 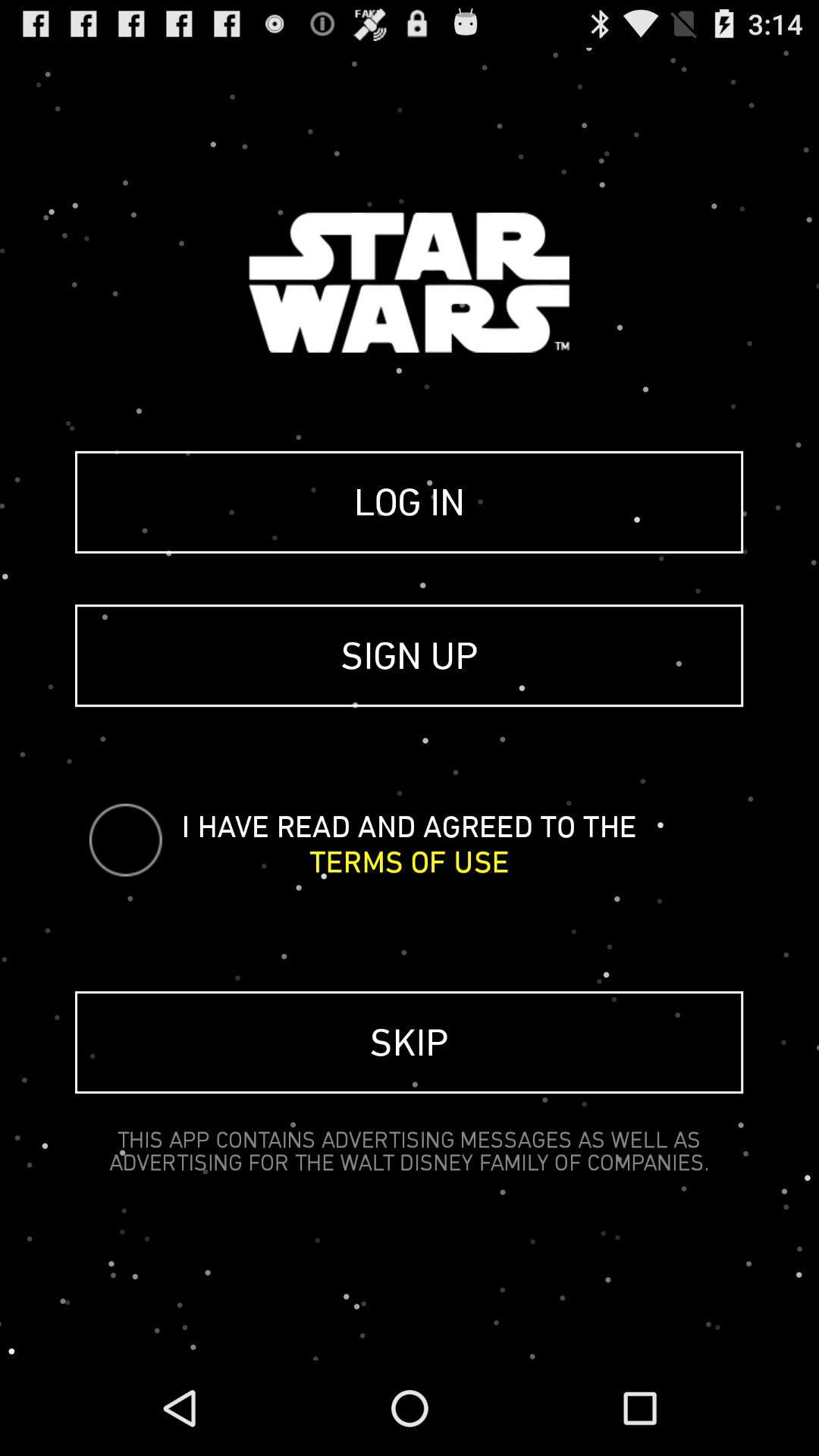 What do you see at coordinates (408, 861) in the screenshot?
I see `item above skip button` at bounding box center [408, 861].